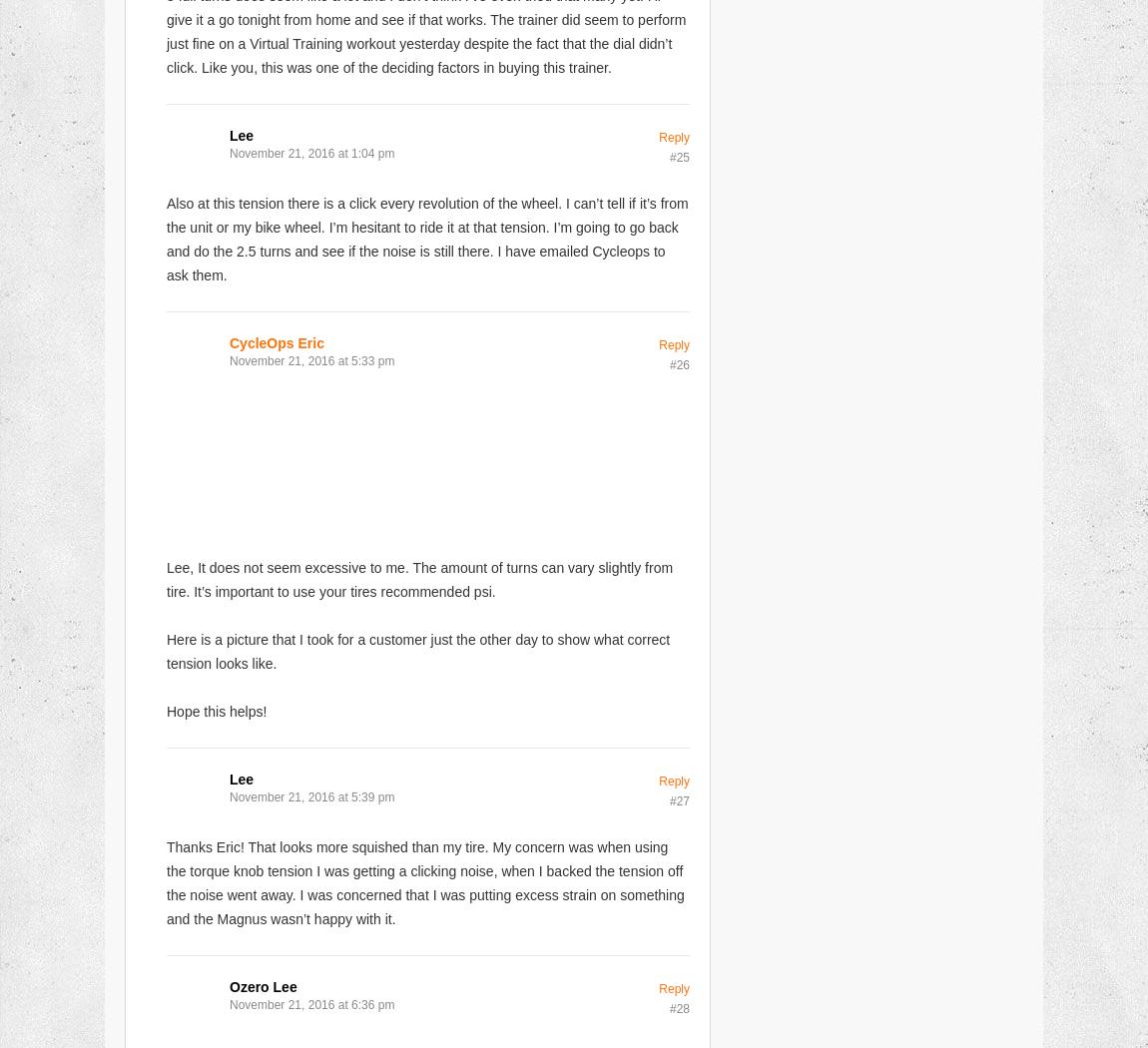 This screenshot has width=1148, height=1048. I want to click on 'Hope this helps!', so click(216, 711).